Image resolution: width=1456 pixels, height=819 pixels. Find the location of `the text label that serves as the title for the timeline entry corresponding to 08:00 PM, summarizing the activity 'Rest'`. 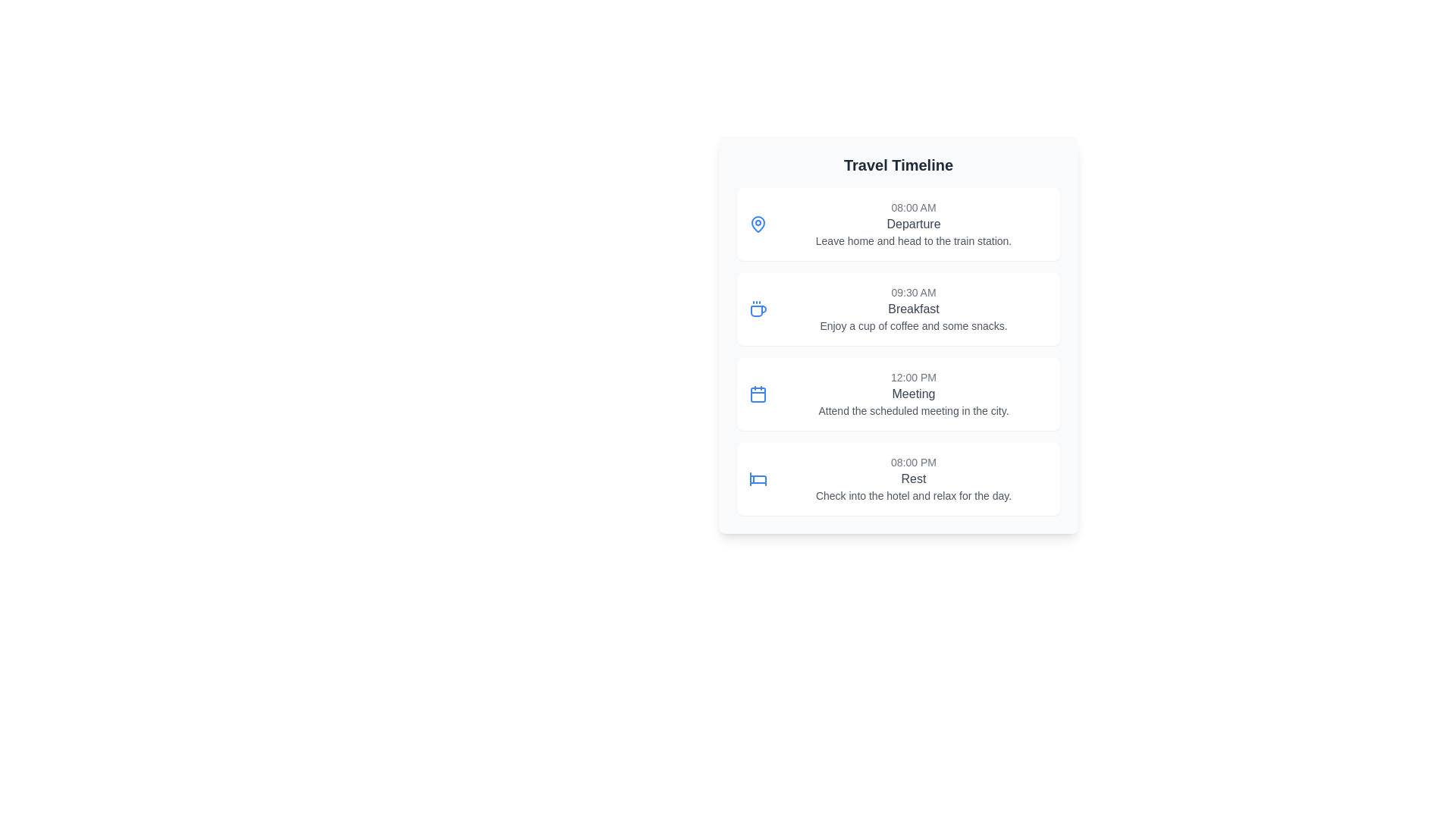

the text label that serves as the title for the timeline entry corresponding to 08:00 PM, summarizing the activity 'Rest' is located at coordinates (912, 479).